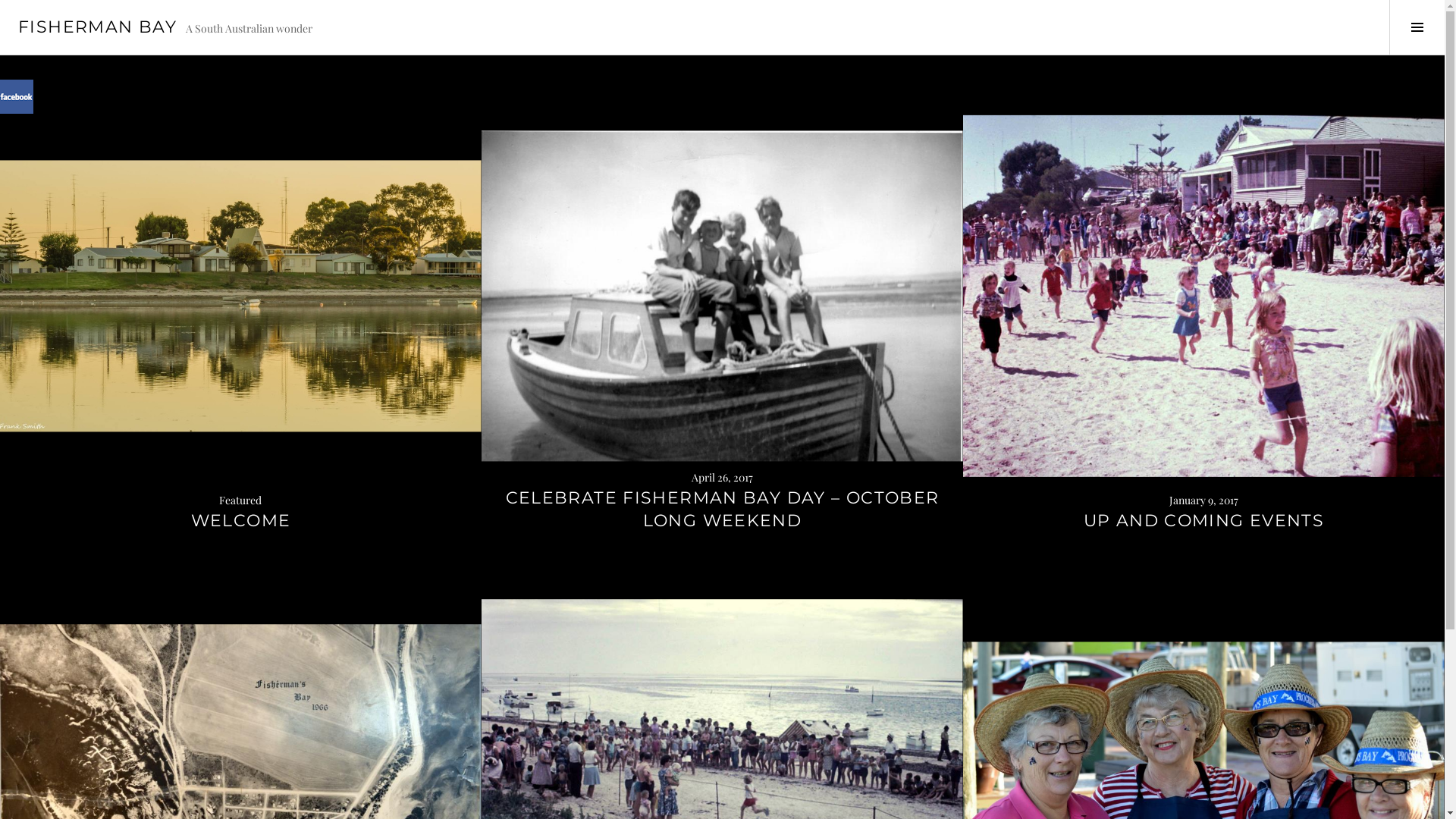 This screenshot has width=1456, height=819. What do you see at coordinates (1203, 519) in the screenshot?
I see `'UP AND COMING EVENTS'` at bounding box center [1203, 519].